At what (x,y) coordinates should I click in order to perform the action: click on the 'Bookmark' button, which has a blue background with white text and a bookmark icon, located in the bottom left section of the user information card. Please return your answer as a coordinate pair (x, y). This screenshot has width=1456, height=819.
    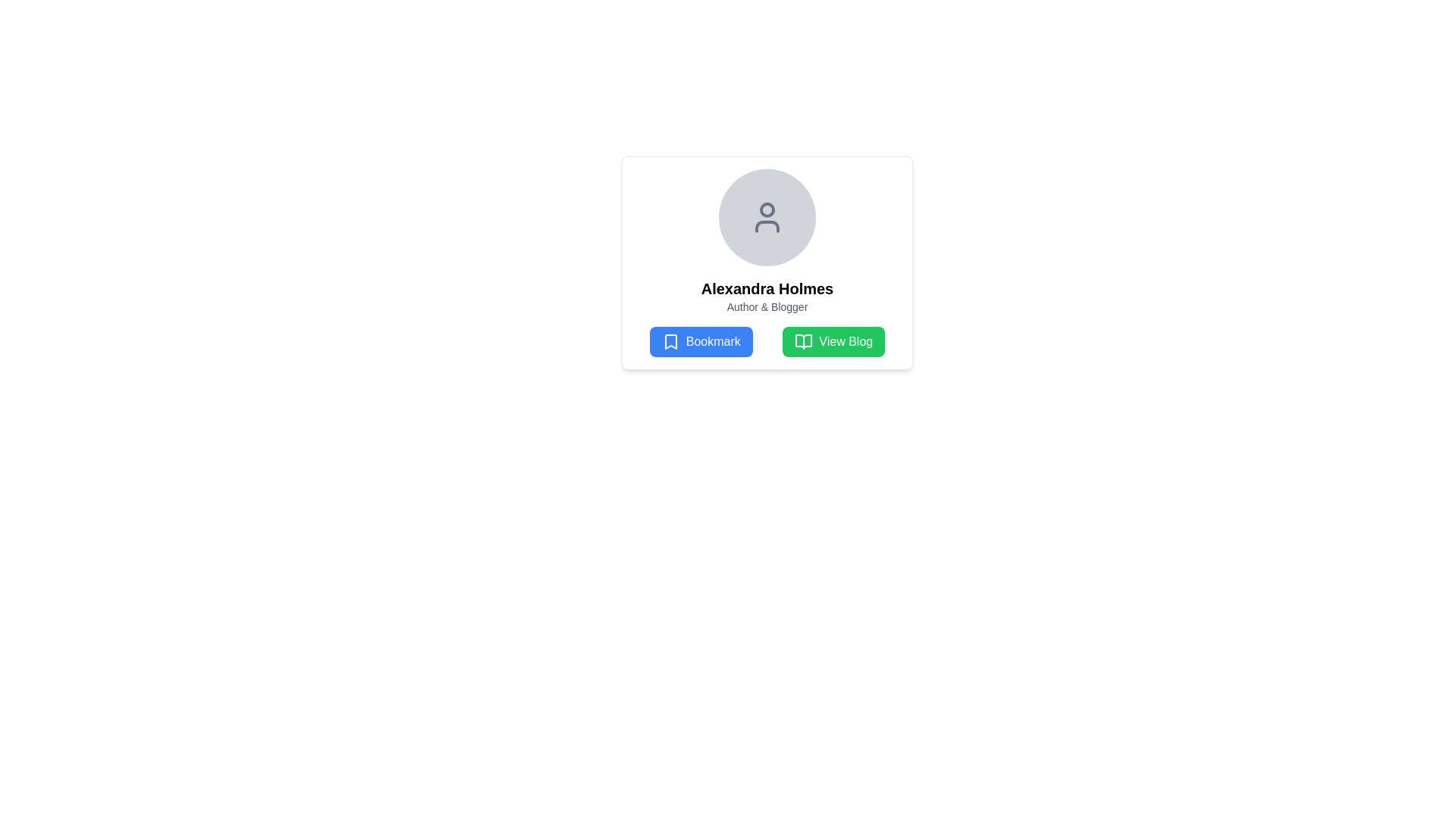
    Looking at the image, I should click on (700, 342).